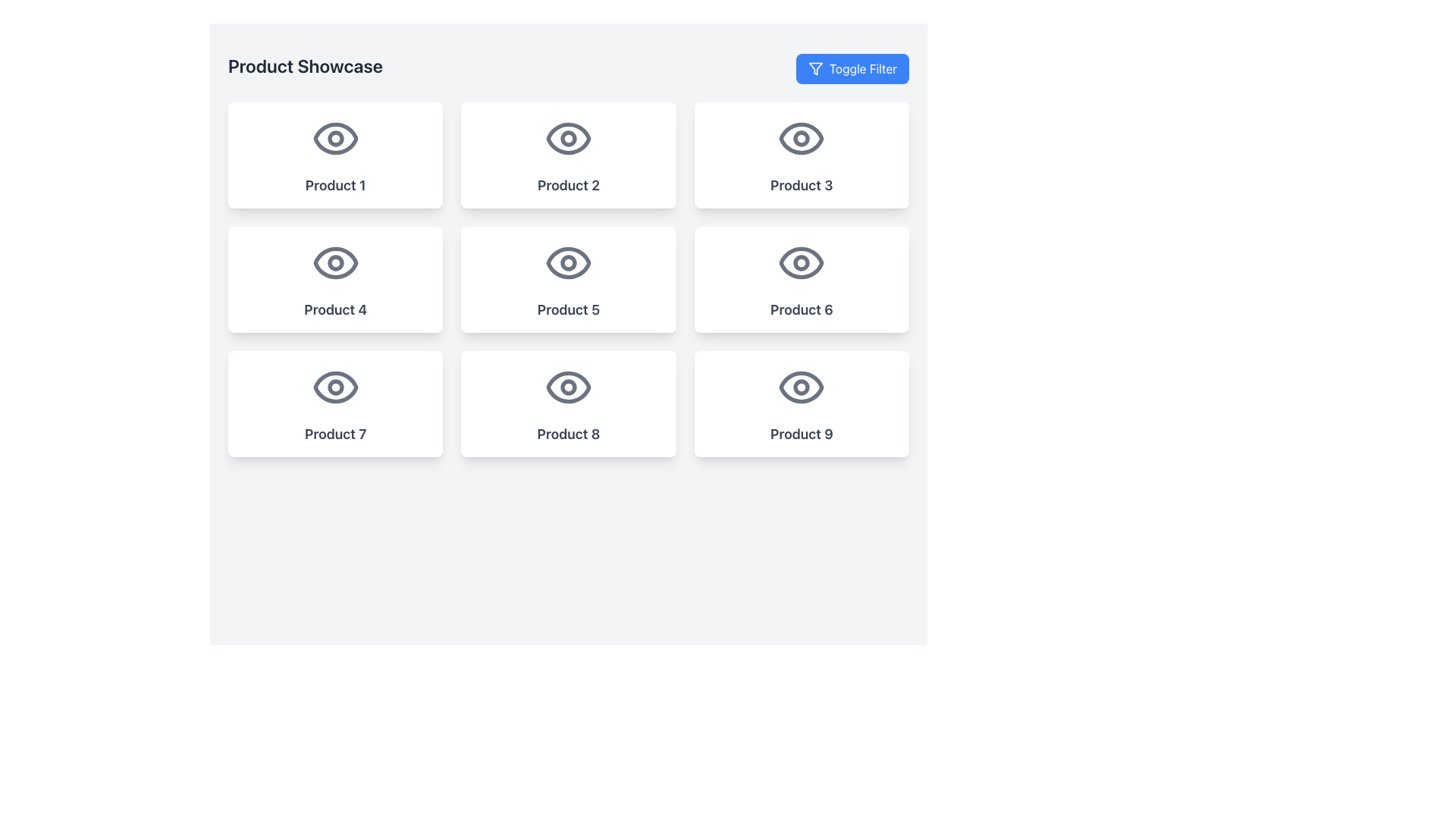 This screenshot has height=819, width=1456. What do you see at coordinates (801, 185) in the screenshot?
I see `the text label 'Product 3' displayed in bold gray font, located under the eye icon within the product card` at bounding box center [801, 185].